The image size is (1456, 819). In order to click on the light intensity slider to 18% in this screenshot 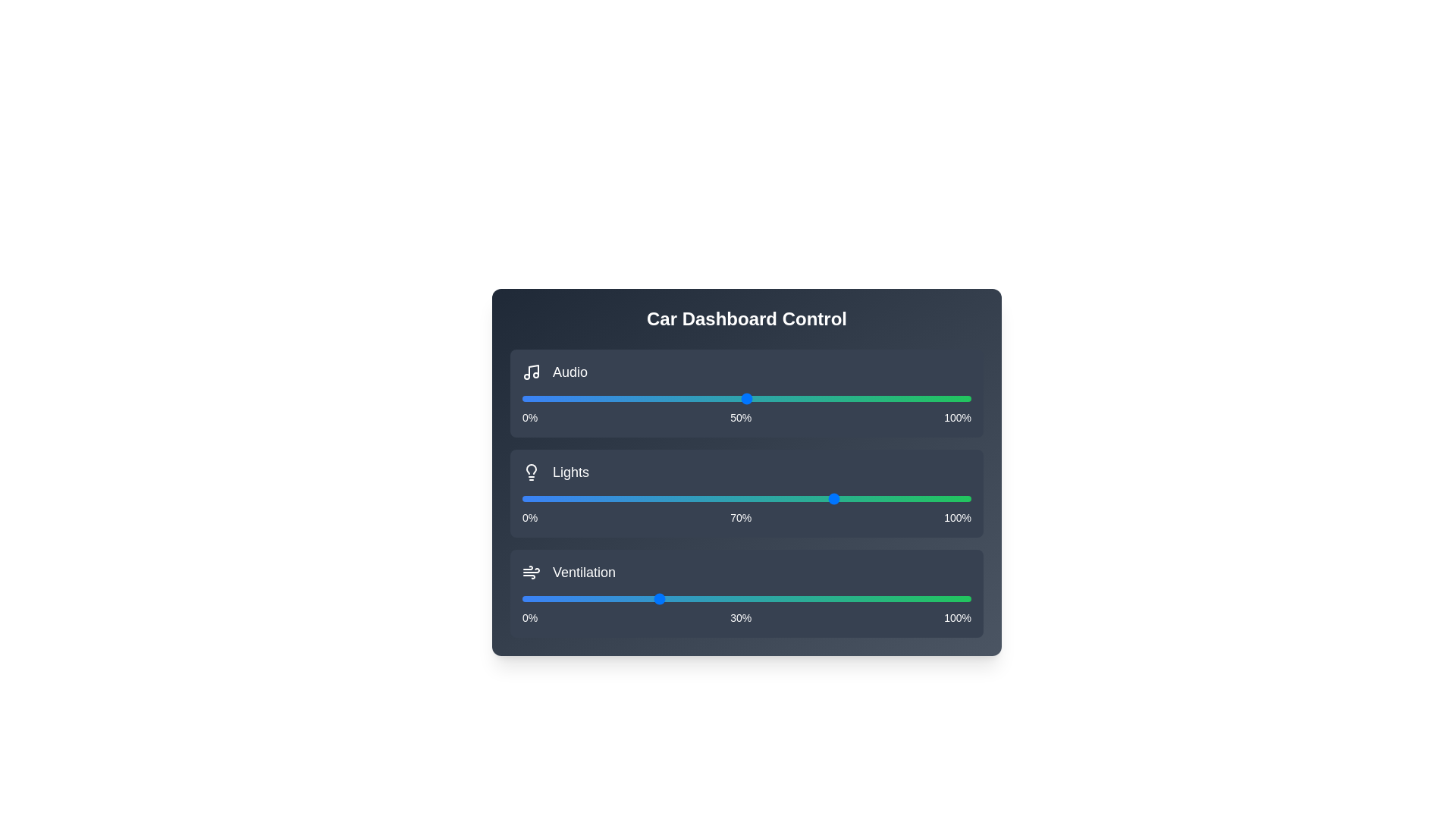, I will do `click(602, 499)`.